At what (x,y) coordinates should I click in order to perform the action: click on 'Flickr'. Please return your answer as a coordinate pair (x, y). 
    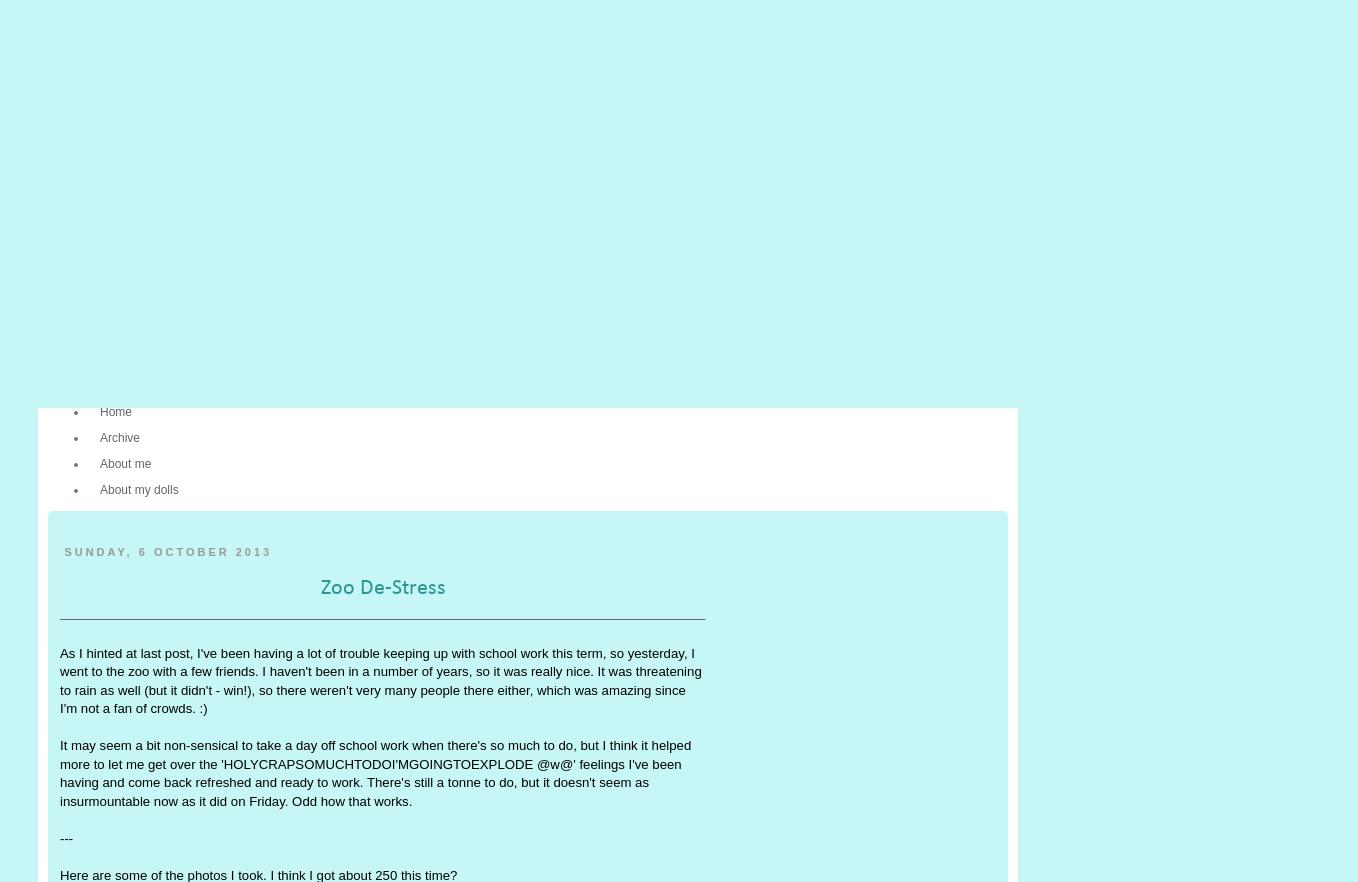
    Looking at the image, I should click on (325, 353).